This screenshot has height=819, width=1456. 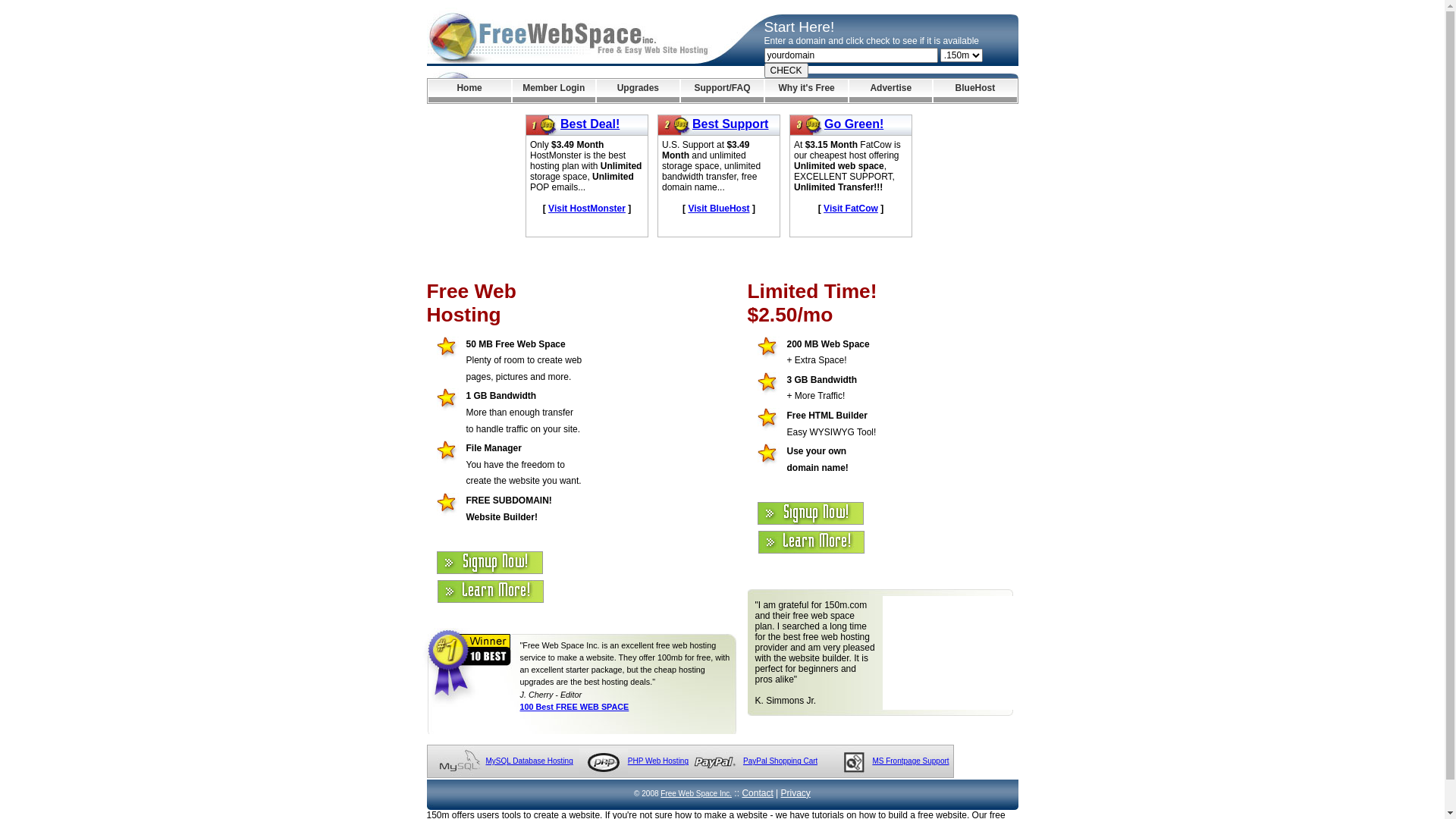 What do you see at coordinates (795, 792) in the screenshot?
I see `'Privacy'` at bounding box center [795, 792].